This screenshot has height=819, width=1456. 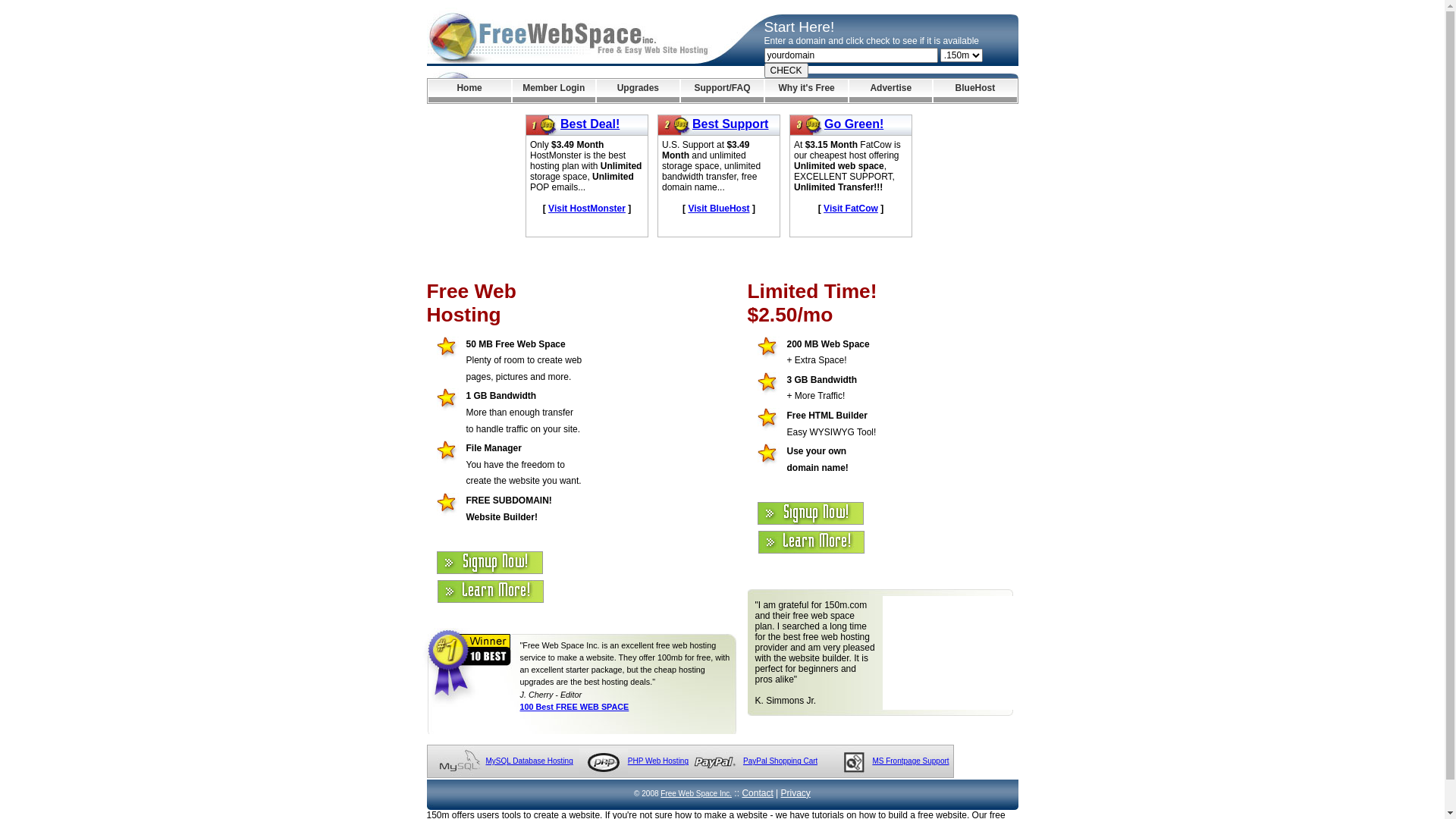 What do you see at coordinates (795, 792) in the screenshot?
I see `'Privacy'` at bounding box center [795, 792].